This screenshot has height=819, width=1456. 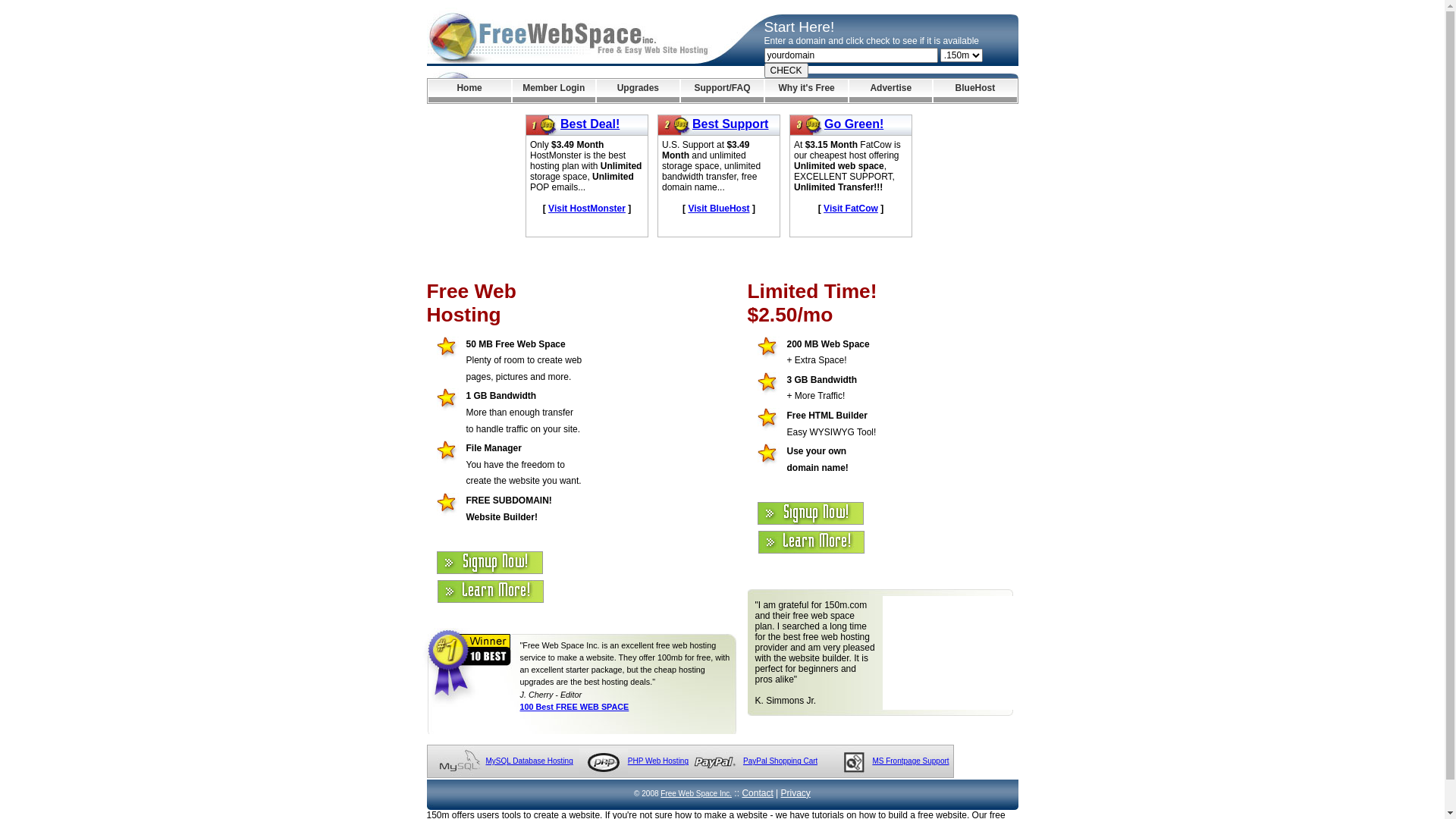 What do you see at coordinates (795, 792) in the screenshot?
I see `'Privacy'` at bounding box center [795, 792].